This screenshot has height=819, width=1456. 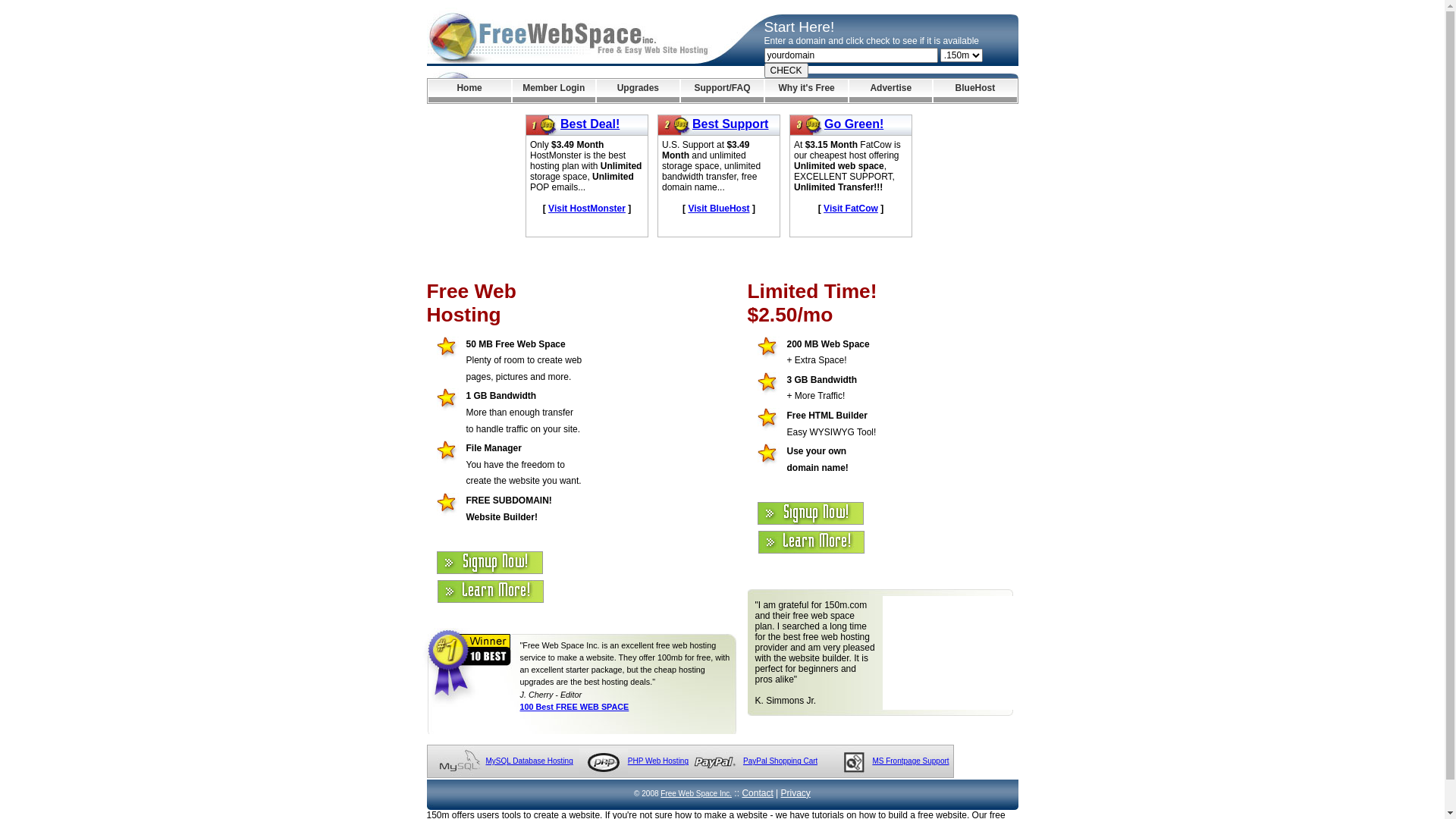 What do you see at coordinates (795, 792) in the screenshot?
I see `'Privacy'` at bounding box center [795, 792].